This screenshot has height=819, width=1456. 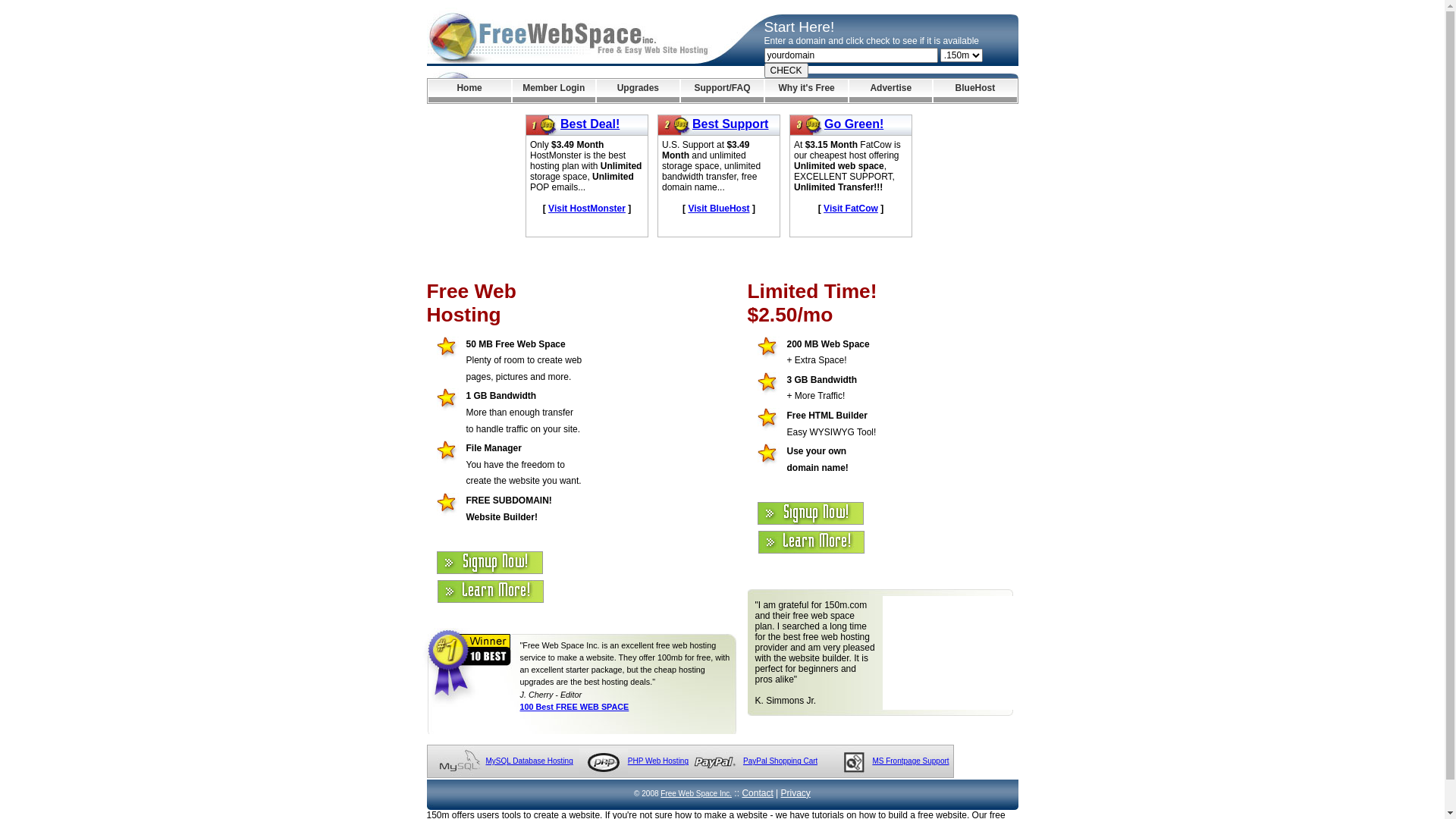 What do you see at coordinates (795, 792) in the screenshot?
I see `'Privacy'` at bounding box center [795, 792].